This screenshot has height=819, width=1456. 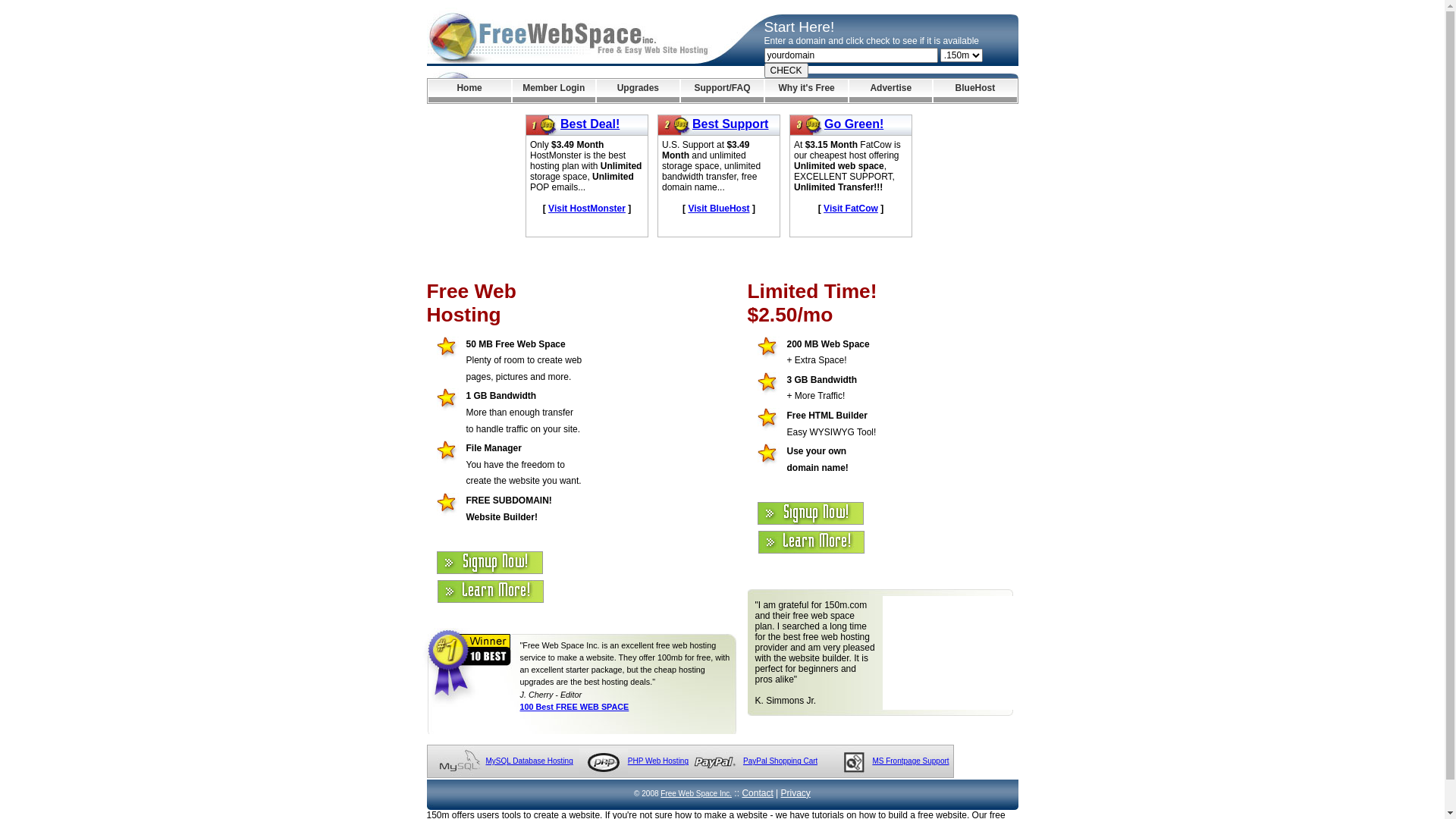 What do you see at coordinates (795, 792) in the screenshot?
I see `'Privacy'` at bounding box center [795, 792].